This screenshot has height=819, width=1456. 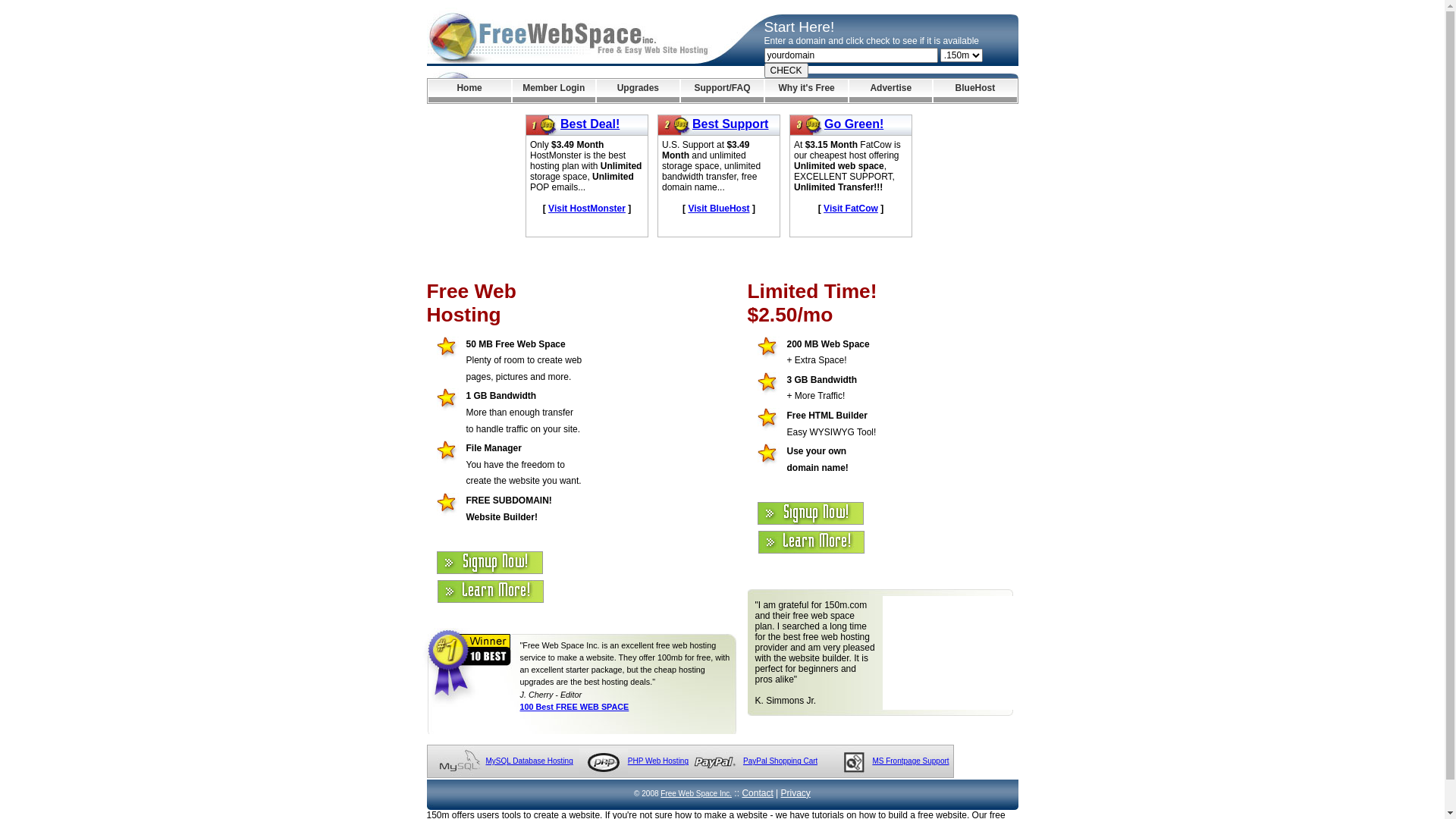 What do you see at coordinates (795, 792) in the screenshot?
I see `'Privacy'` at bounding box center [795, 792].